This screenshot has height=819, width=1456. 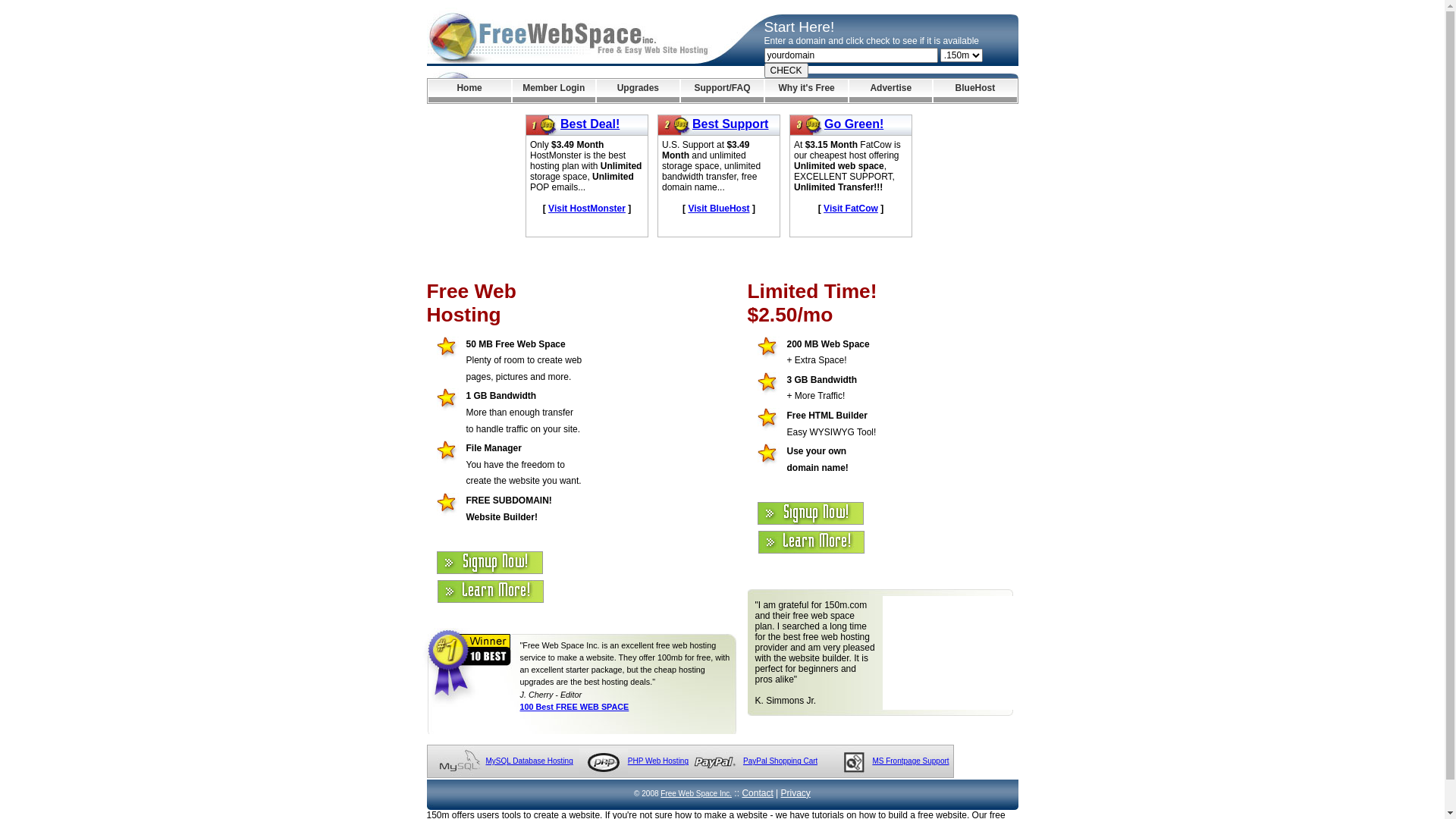 What do you see at coordinates (795, 792) in the screenshot?
I see `'Privacy'` at bounding box center [795, 792].